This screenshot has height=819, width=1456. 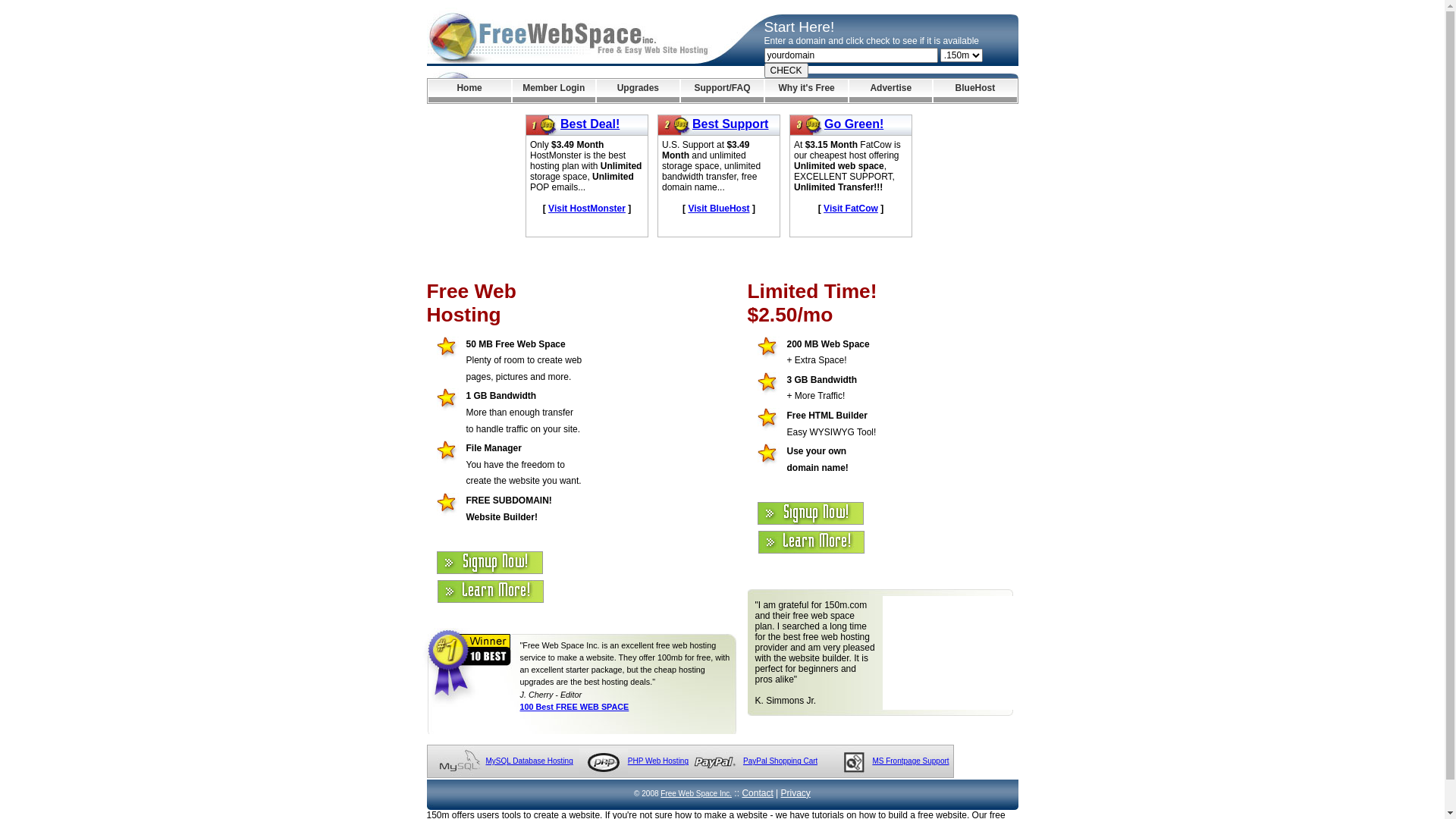 What do you see at coordinates (795, 792) in the screenshot?
I see `'Privacy'` at bounding box center [795, 792].